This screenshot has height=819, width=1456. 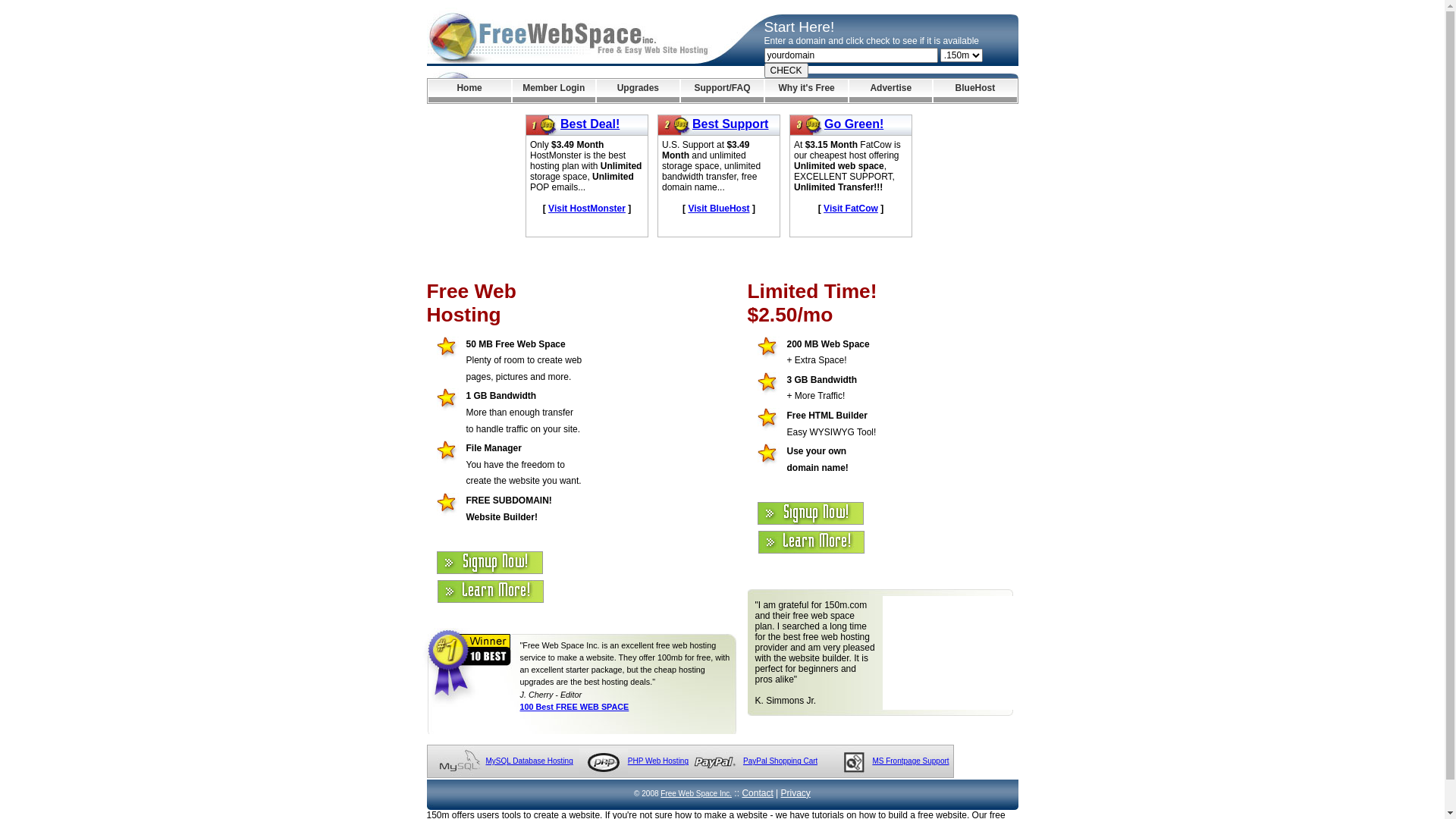 What do you see at coordinates (795, 792) in the screenshot?
I see `'Privacy'` at bounding box center [795, 792].